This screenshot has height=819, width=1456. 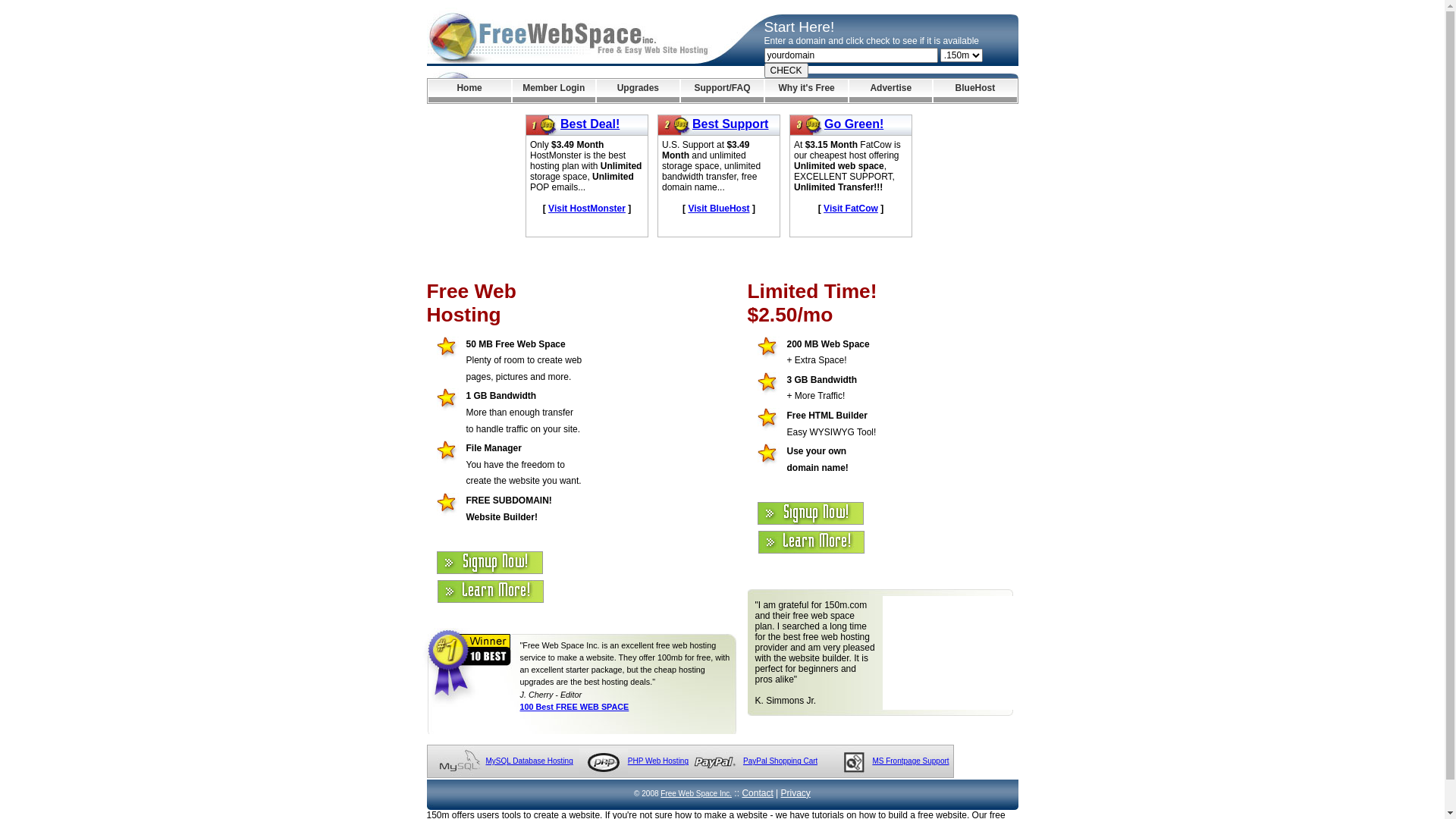 What do you see at coordinates (795, 792) in the screenshot?
I see `'Privacy'` at bounding box center [795, 792].